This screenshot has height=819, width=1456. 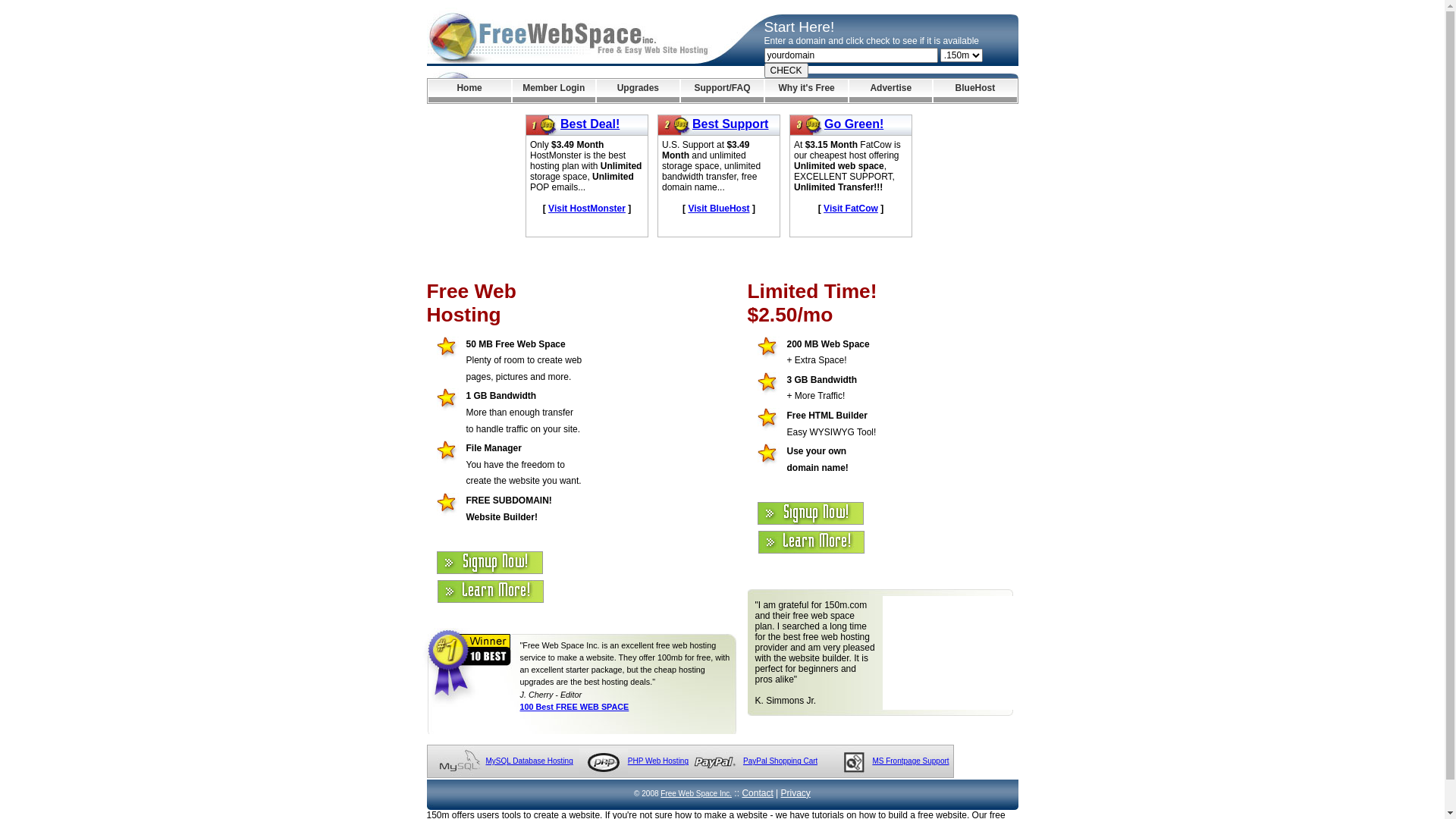 What do you see at coordinates (795, 792) in the screenshot?
I see `'Privacy'` at bounding box center [795, 792].